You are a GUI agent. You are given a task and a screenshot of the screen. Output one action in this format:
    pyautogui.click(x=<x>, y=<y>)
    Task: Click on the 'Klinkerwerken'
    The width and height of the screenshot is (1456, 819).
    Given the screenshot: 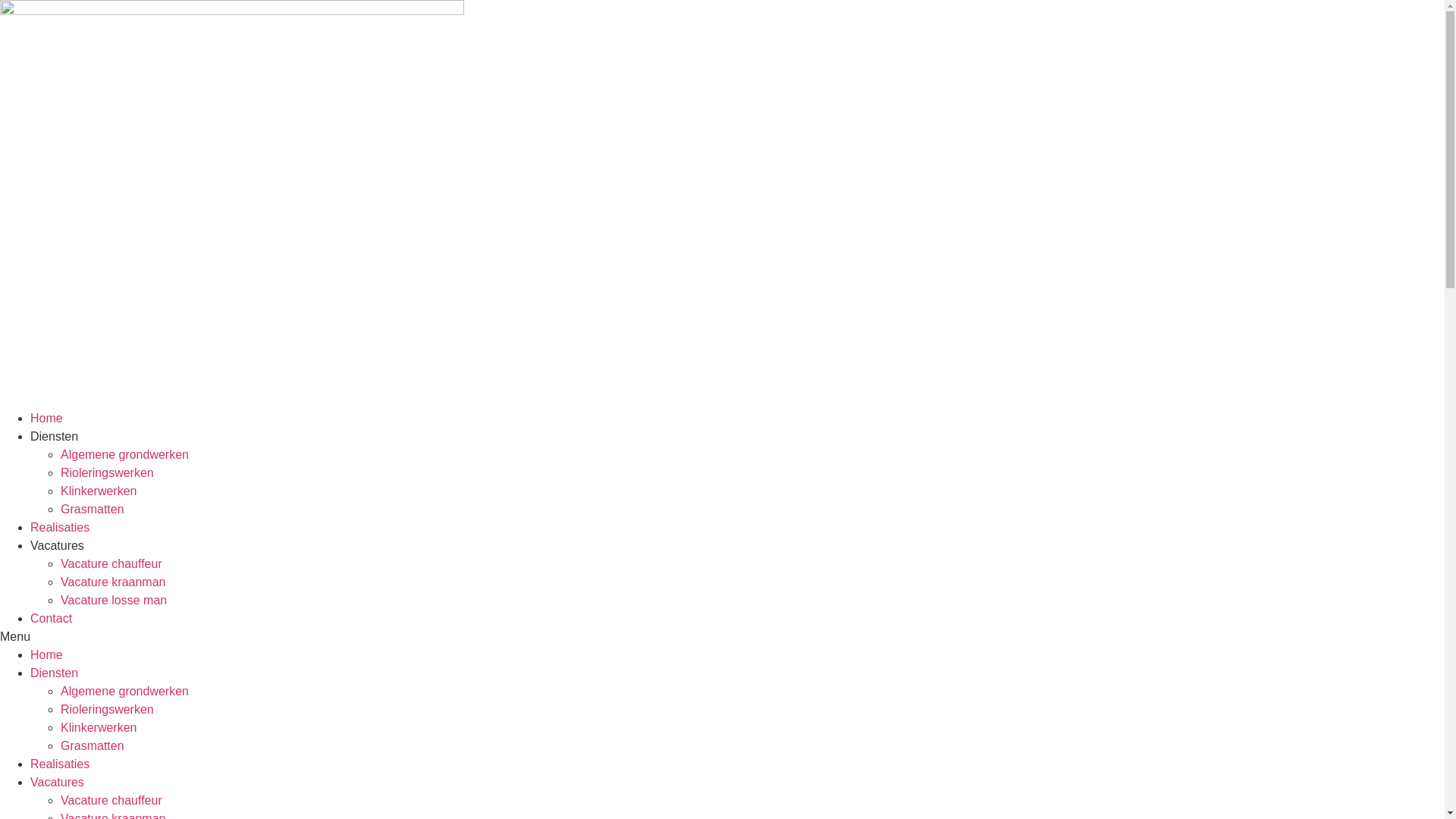 What is the action you would take?
    pyautogui.click(x=97, y=726)
    